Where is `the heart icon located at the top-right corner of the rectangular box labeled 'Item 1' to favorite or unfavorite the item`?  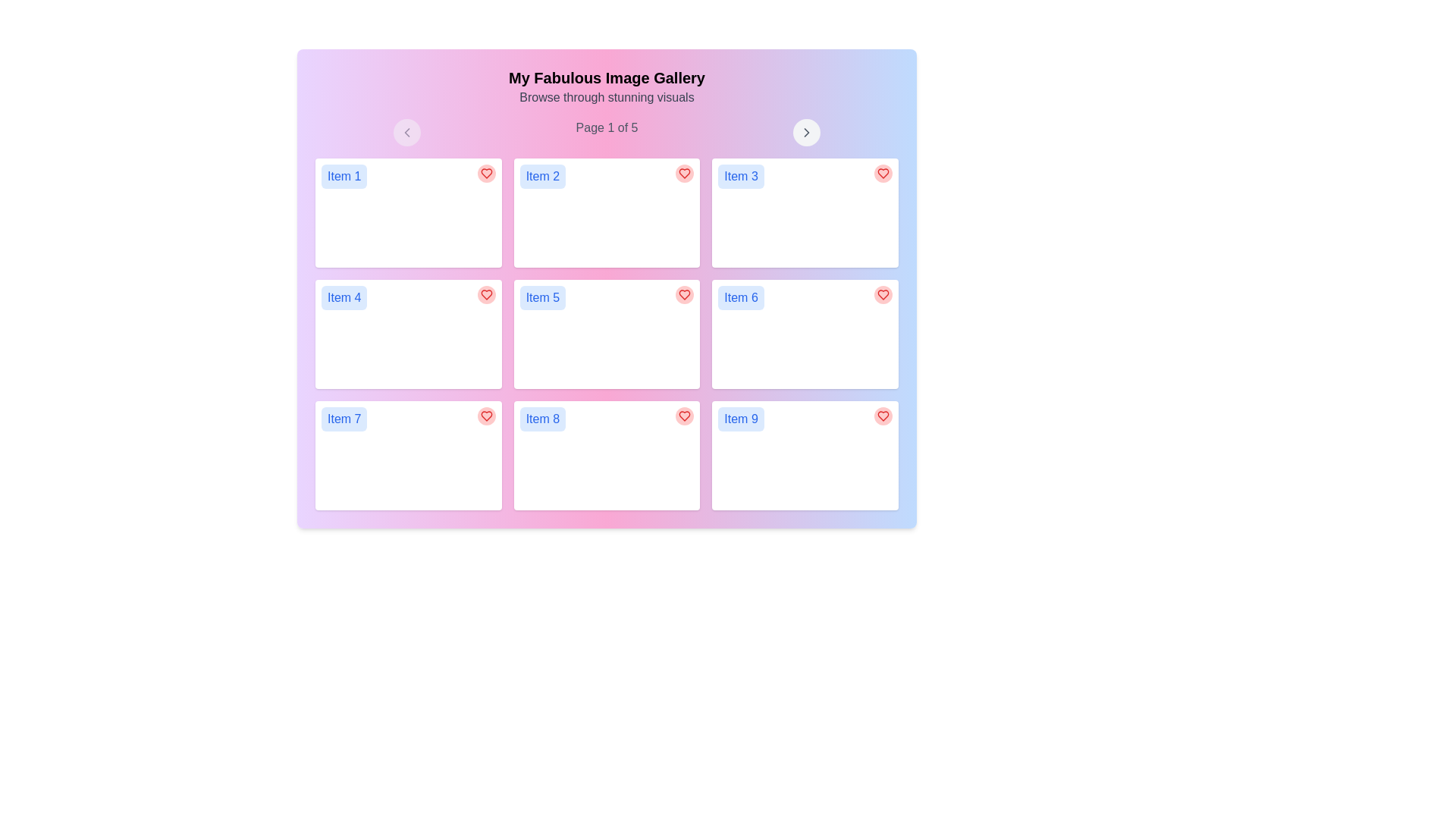 the heart icon located at the top-right corner of the rectangular box labeled 'Item 1' to favorite or unfavorite the item is located at coordinates (486, 172).